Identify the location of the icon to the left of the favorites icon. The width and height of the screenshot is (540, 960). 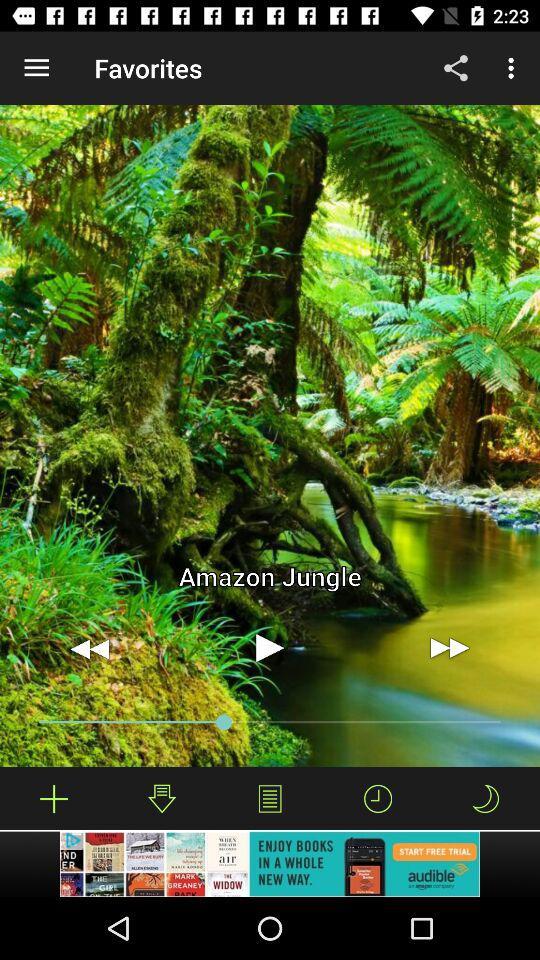
(36, 68).